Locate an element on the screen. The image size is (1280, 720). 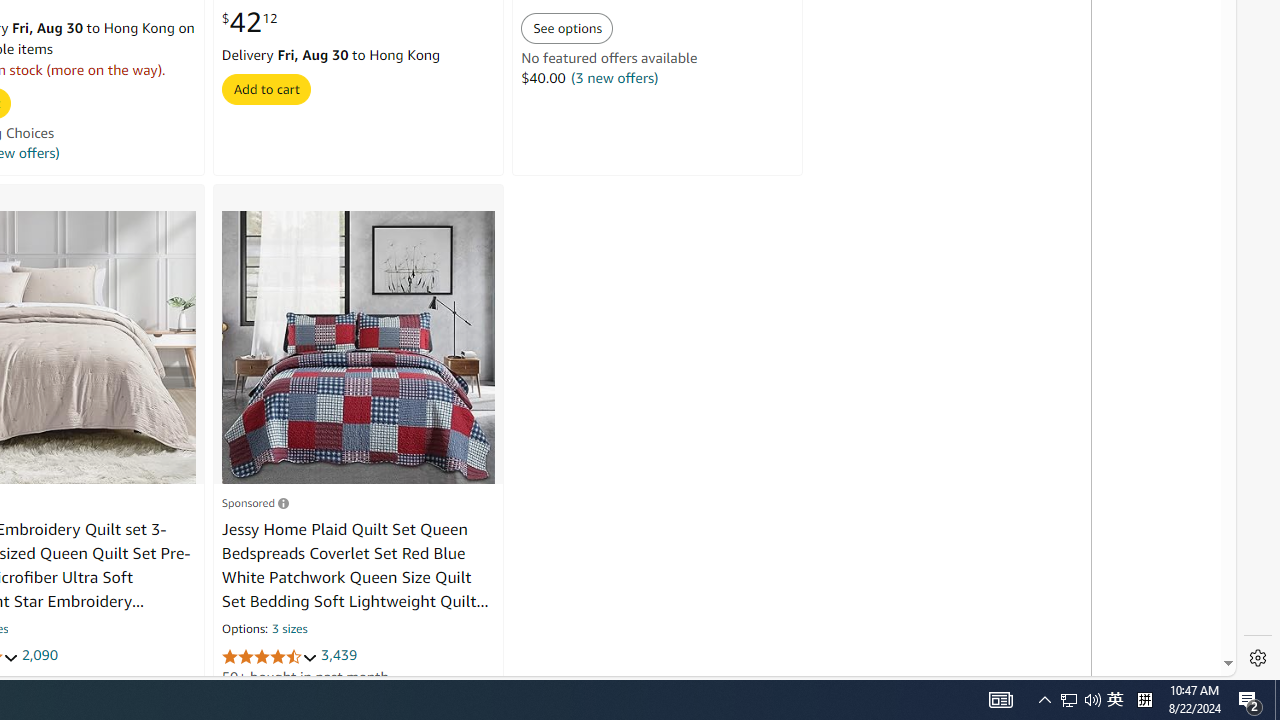
'4.4 out of 5 stars' is located at coordinates (268, 656).